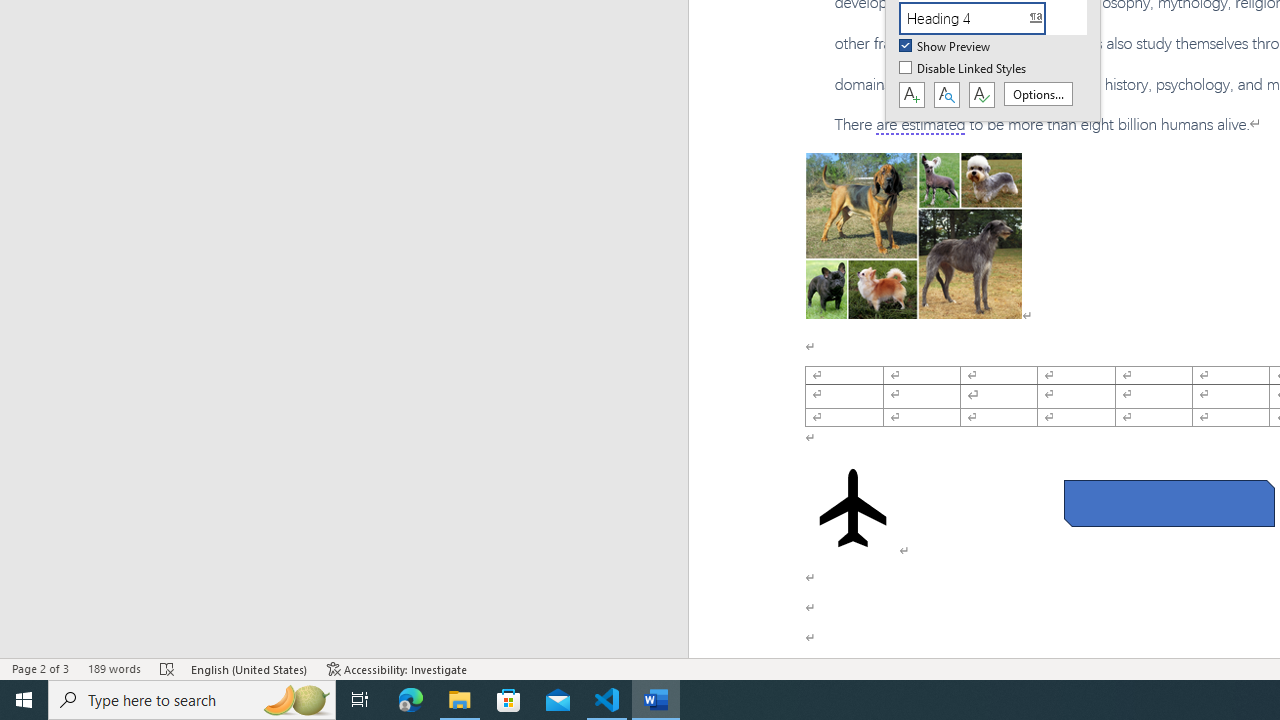  What do you see at coordinates (410, 698) in the screenshot?
I see `'Microsoft Edge'` at bounding box center [410, 698].